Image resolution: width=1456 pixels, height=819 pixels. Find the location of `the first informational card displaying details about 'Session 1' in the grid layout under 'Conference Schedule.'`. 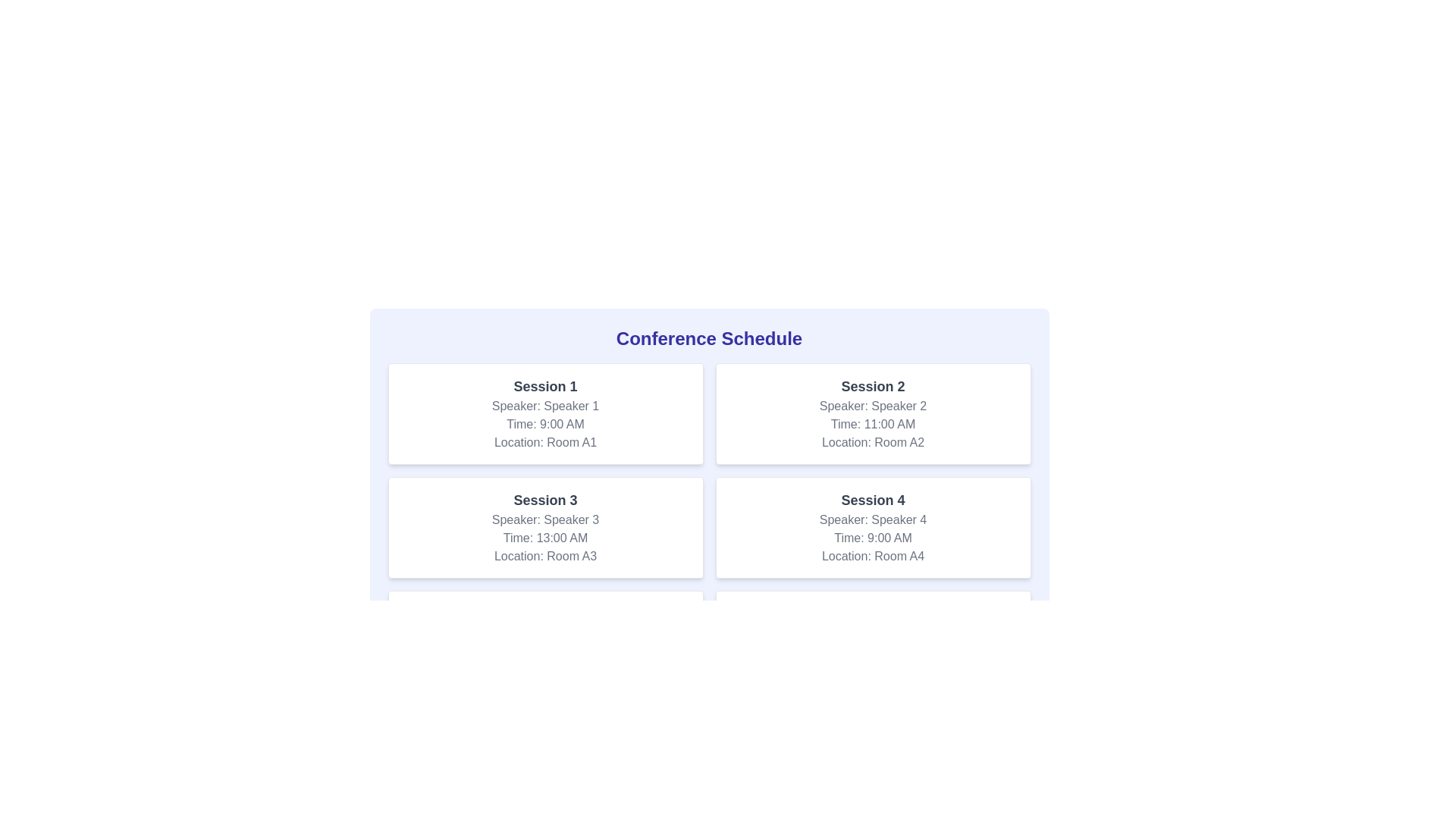

the first informational card displaying details about 'Session 1' in the grid layout under 'Conference Schedule.' is located at coordinates (545, 414).